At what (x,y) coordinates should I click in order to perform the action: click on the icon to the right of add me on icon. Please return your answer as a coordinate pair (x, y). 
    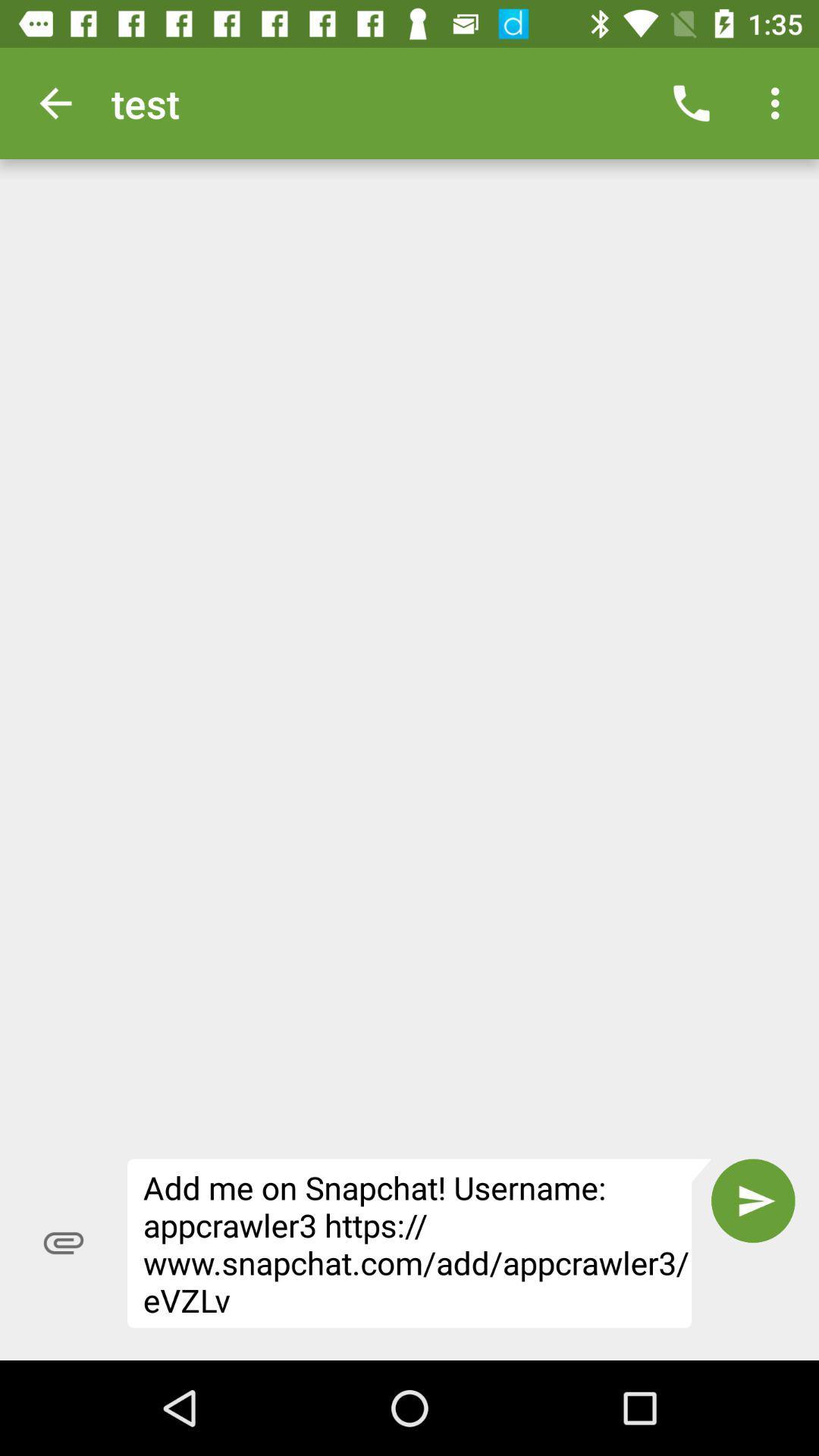
    Looking at the image, I should click on (753, 1200).